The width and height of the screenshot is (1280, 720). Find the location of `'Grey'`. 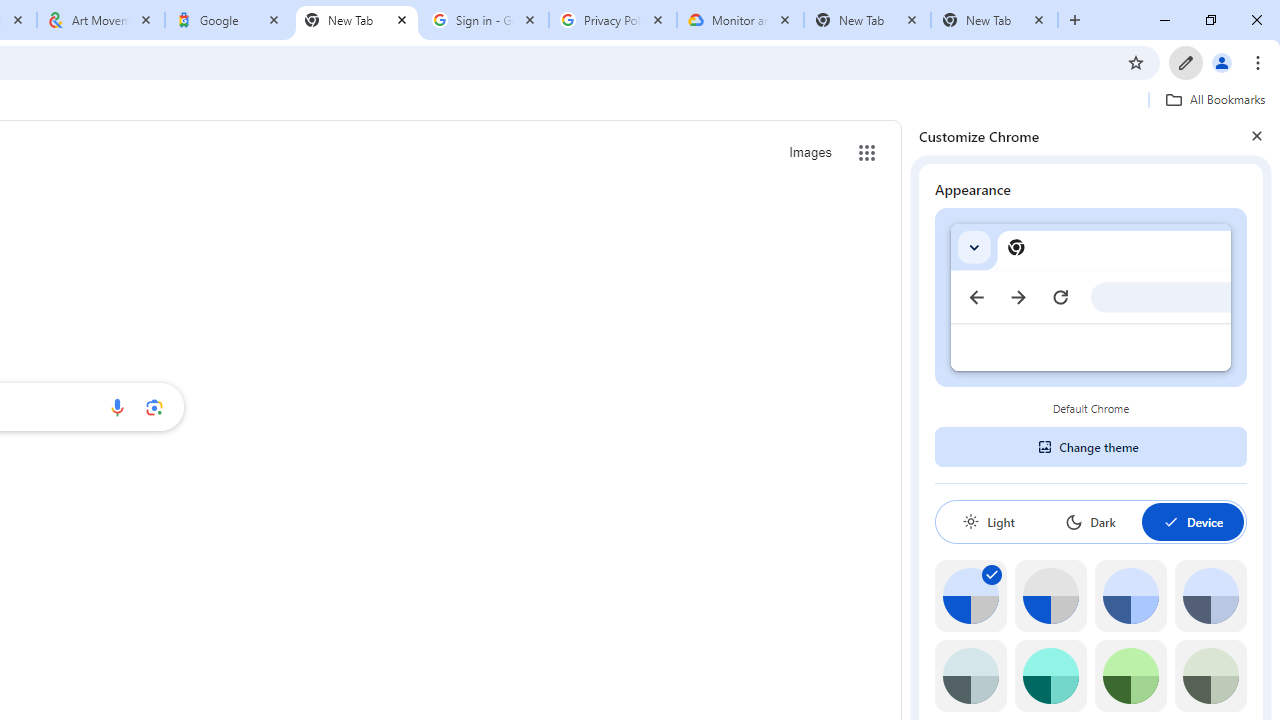

'Grey' is located at coordinates (970, 675).